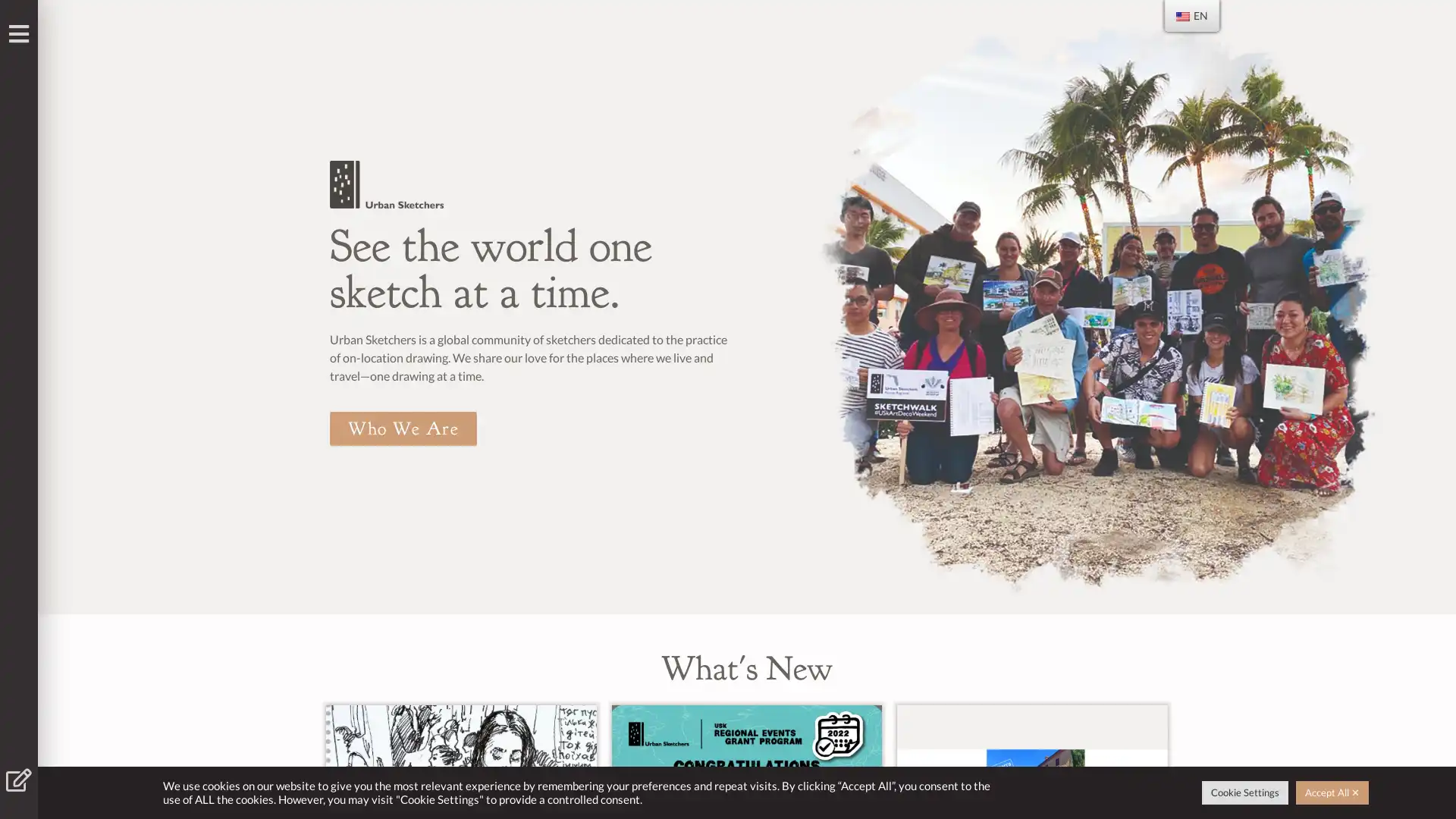 This screenshot has width=1456, height=819. I want to click on Go to slide 2, so click(1107, 582).